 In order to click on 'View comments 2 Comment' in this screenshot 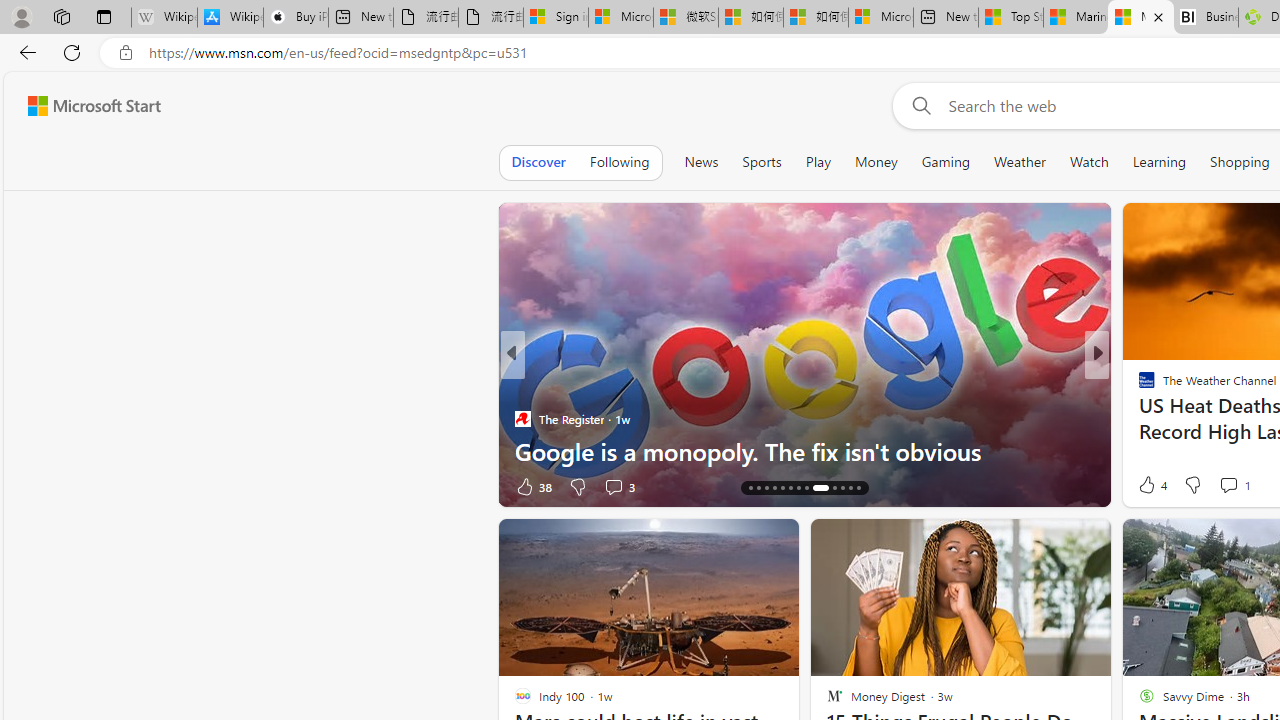, I will do `click(1234, 486)`.